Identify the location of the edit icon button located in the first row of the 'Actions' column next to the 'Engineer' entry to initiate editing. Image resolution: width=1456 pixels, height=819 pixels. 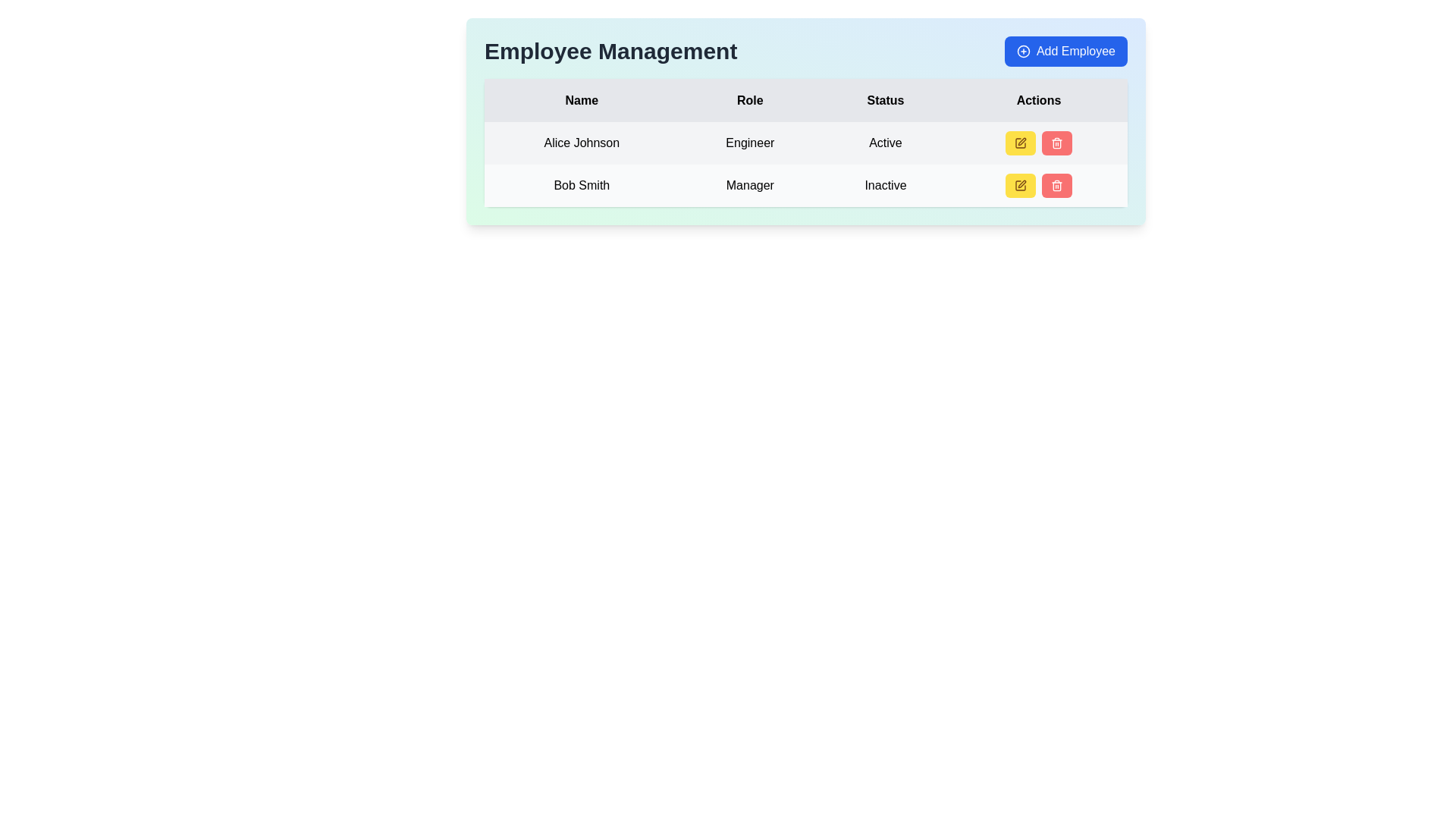
(1020, 143).